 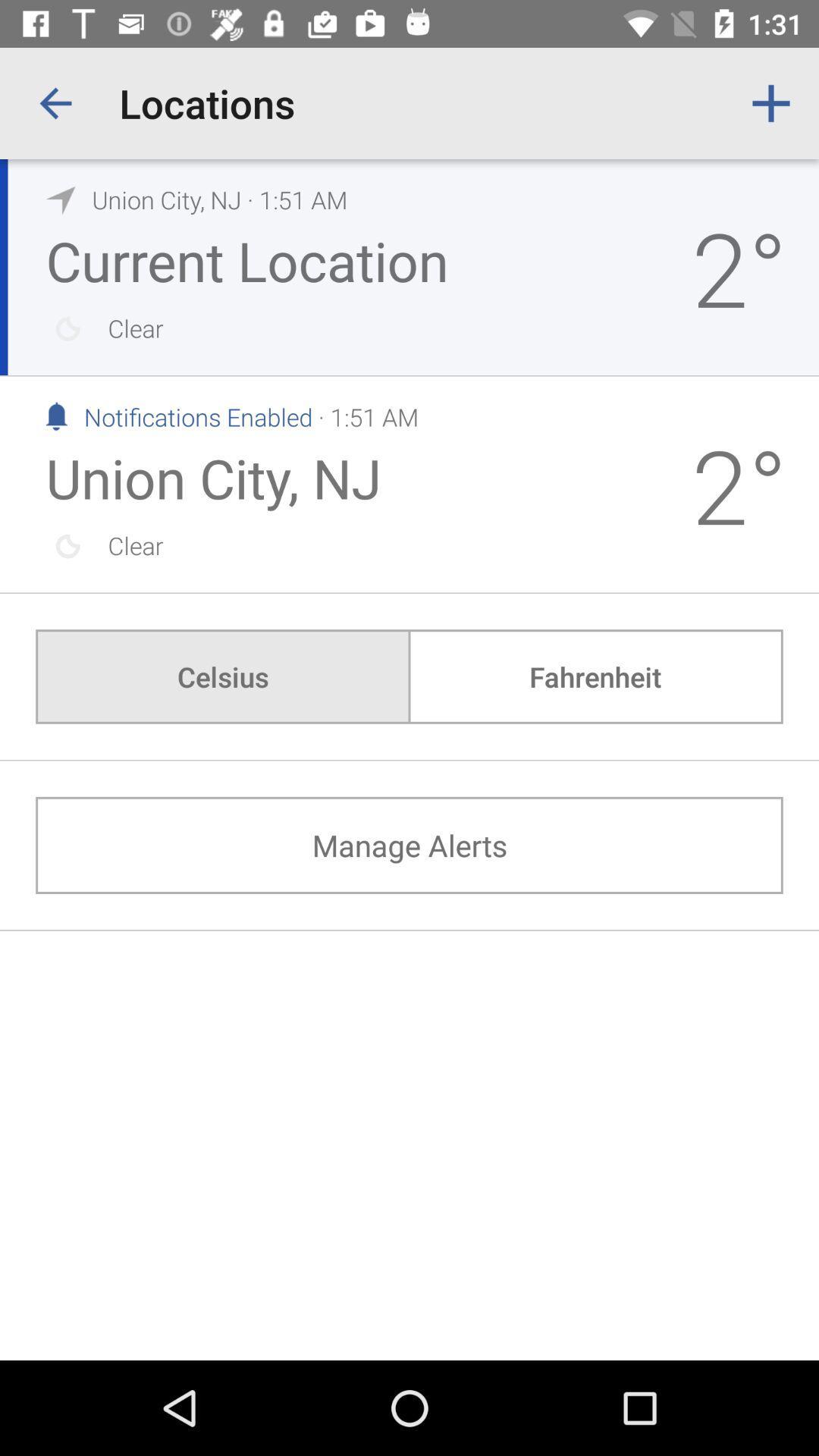 What do you see at coordinates (223, 676) in the screenshot?
I see `the celsius icon` at bounding box center [223, 676].